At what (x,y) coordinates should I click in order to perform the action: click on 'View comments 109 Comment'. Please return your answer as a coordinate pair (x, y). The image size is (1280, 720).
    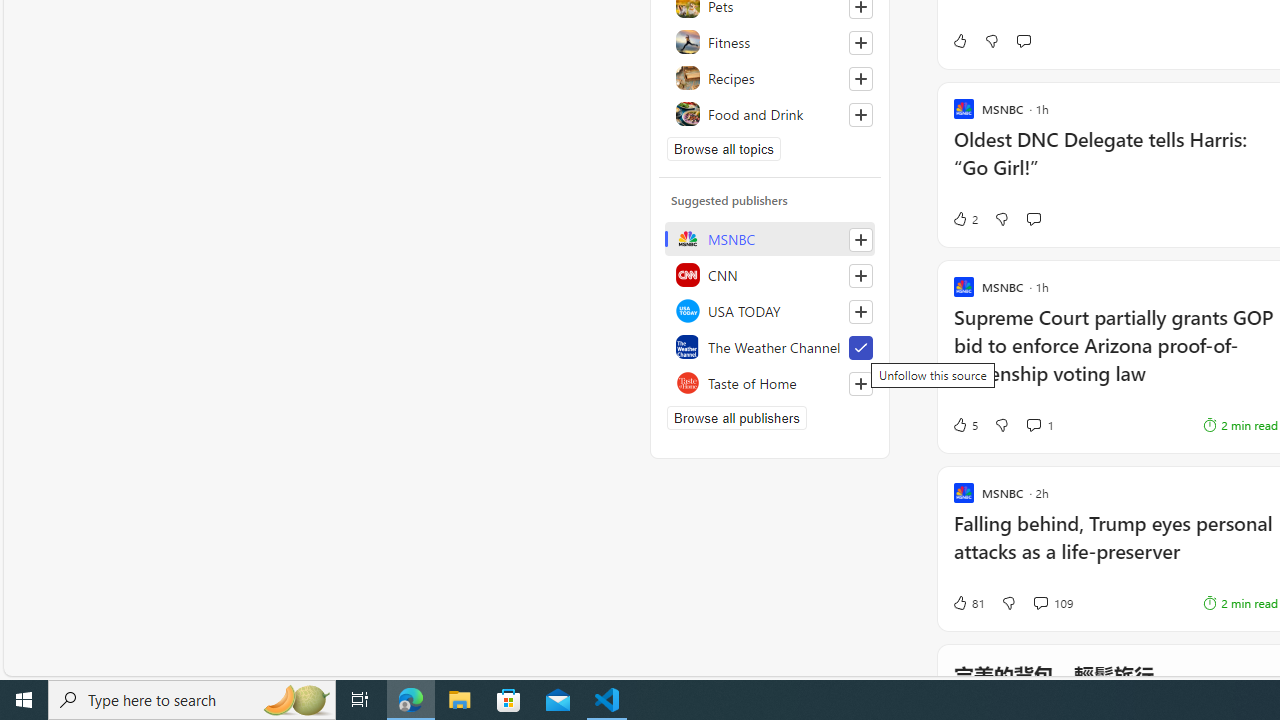
    Looking at the image, I should click on (1040, 602).